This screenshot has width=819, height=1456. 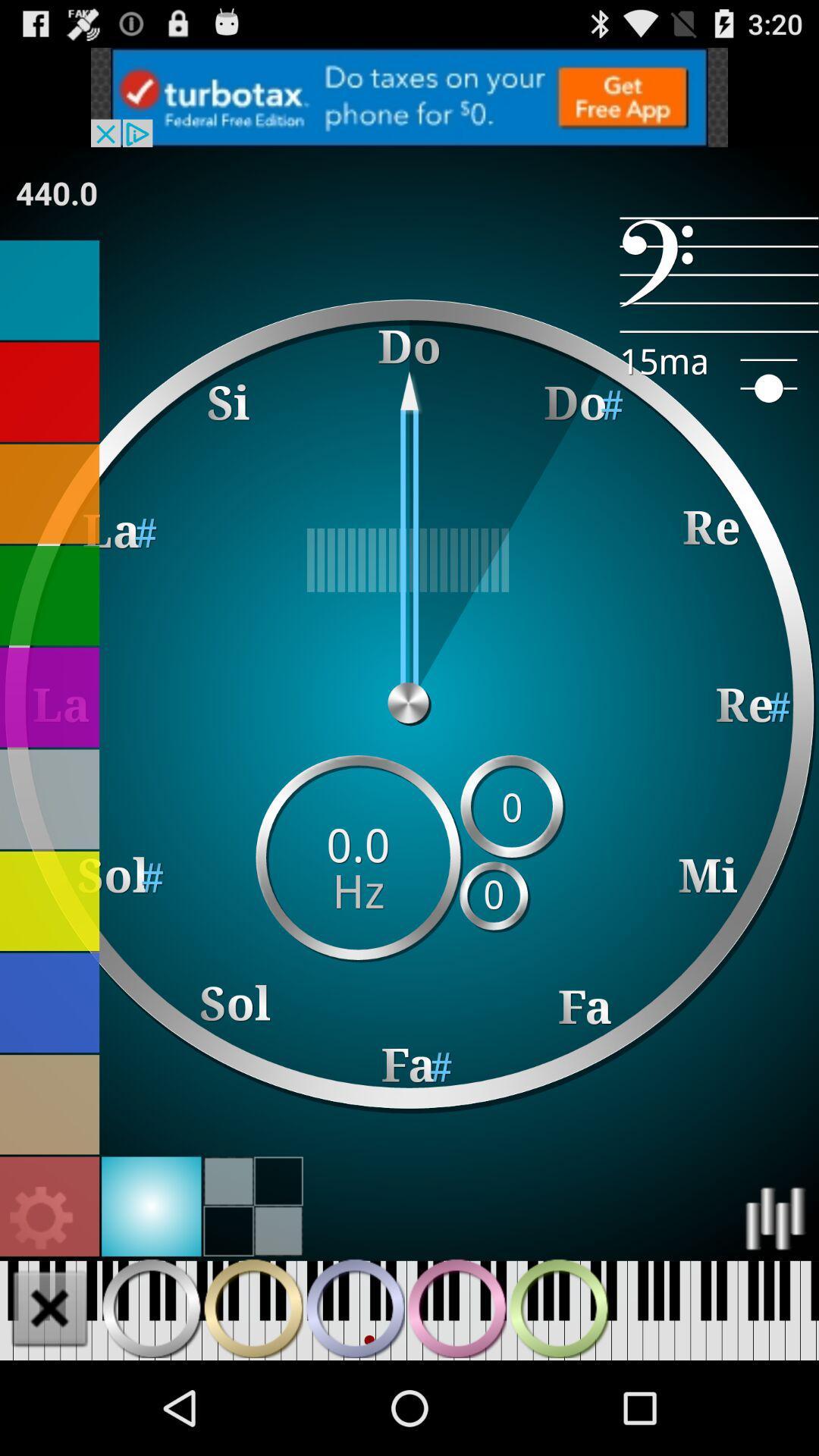 What do you see at coordinates (41, 1219) in the screenshot?
I see `more setting` at bounding box center [41, 1219].